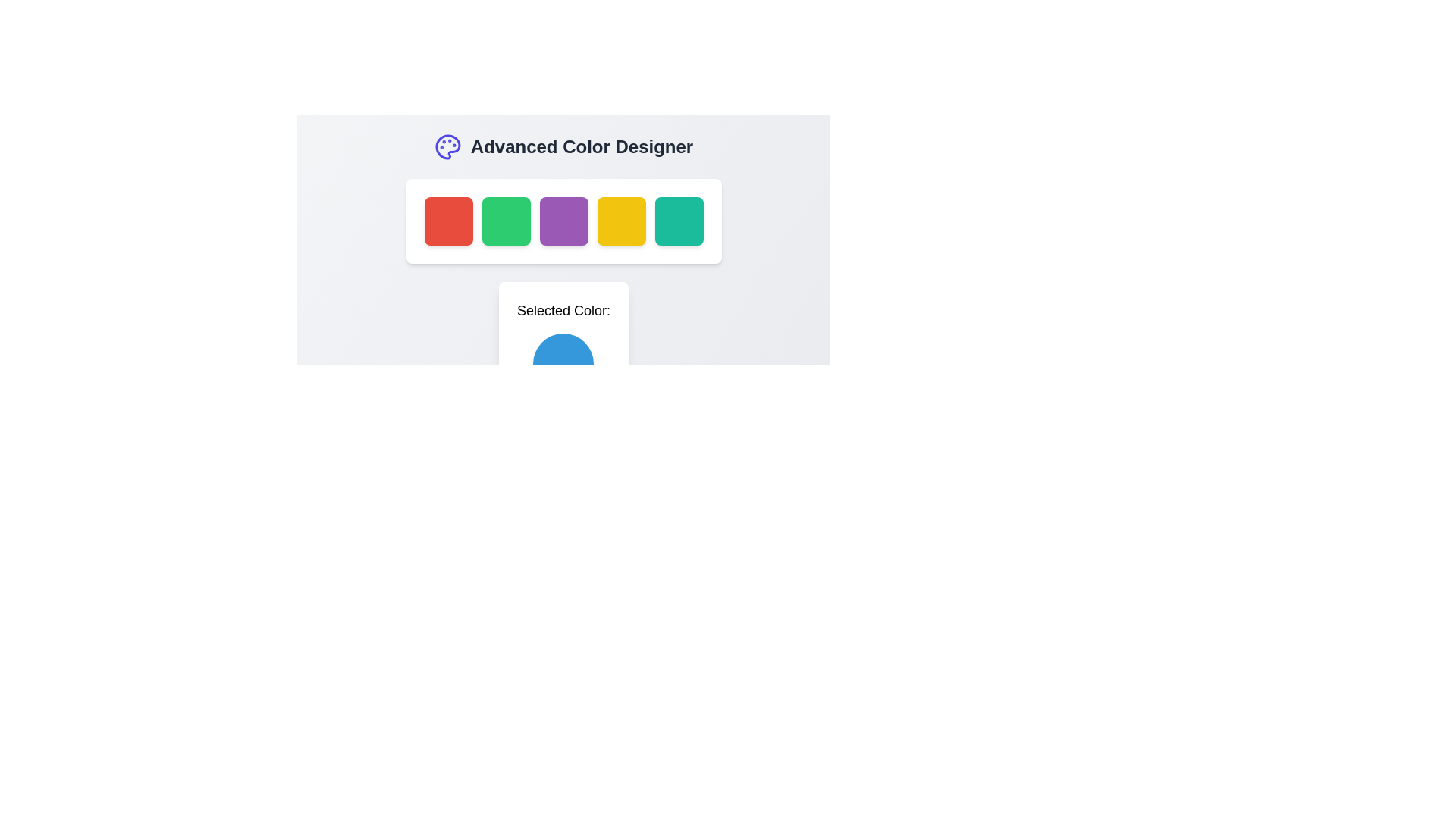 This screenshot has width=1456, height=819. What do you see at coordinates (563, 221) in the screenshot?
I see `the third button in a row of five buttons for color selection, located below the 'Advanced Color Designer' title` at bounding box center [563, 221].